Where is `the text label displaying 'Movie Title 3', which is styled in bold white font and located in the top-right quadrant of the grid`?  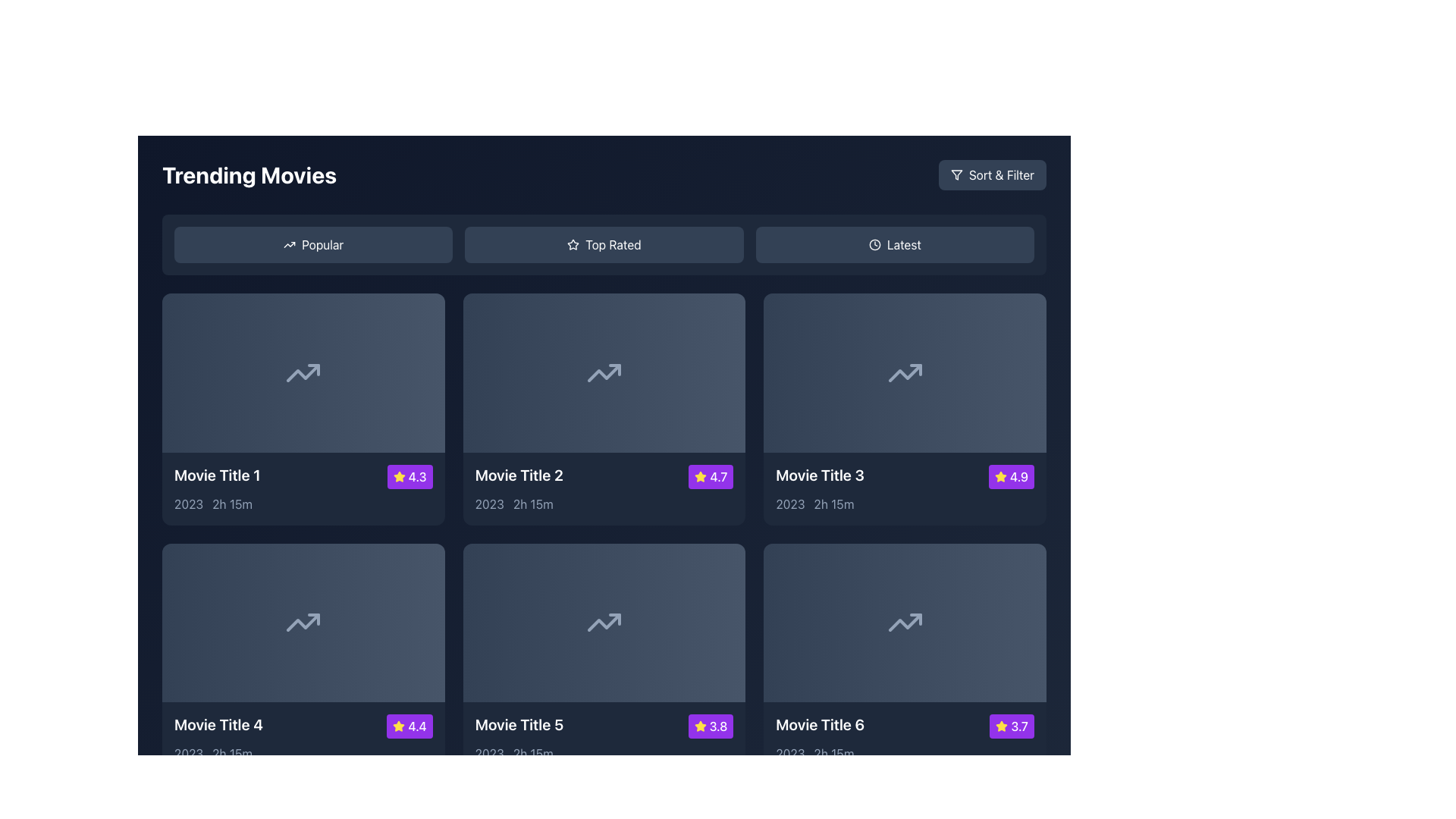 the text label displaying 'Movie Title 3', which is styled in bold white font and located in the top-right quadrant of the grid is located at coordinates (819, 474).